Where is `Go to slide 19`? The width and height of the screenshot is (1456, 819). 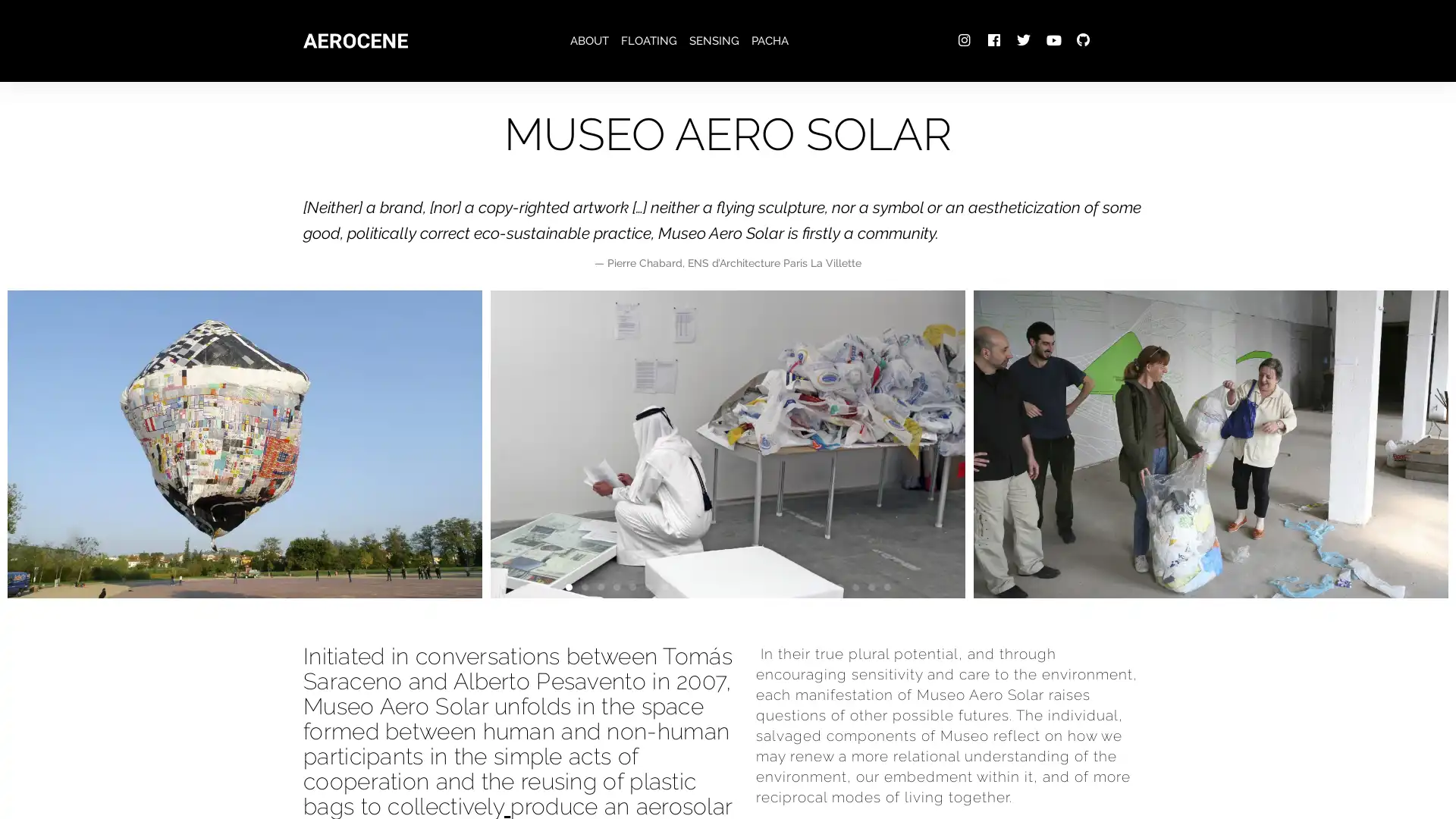
Go to slide 19 is located at coordinates (855, 586).